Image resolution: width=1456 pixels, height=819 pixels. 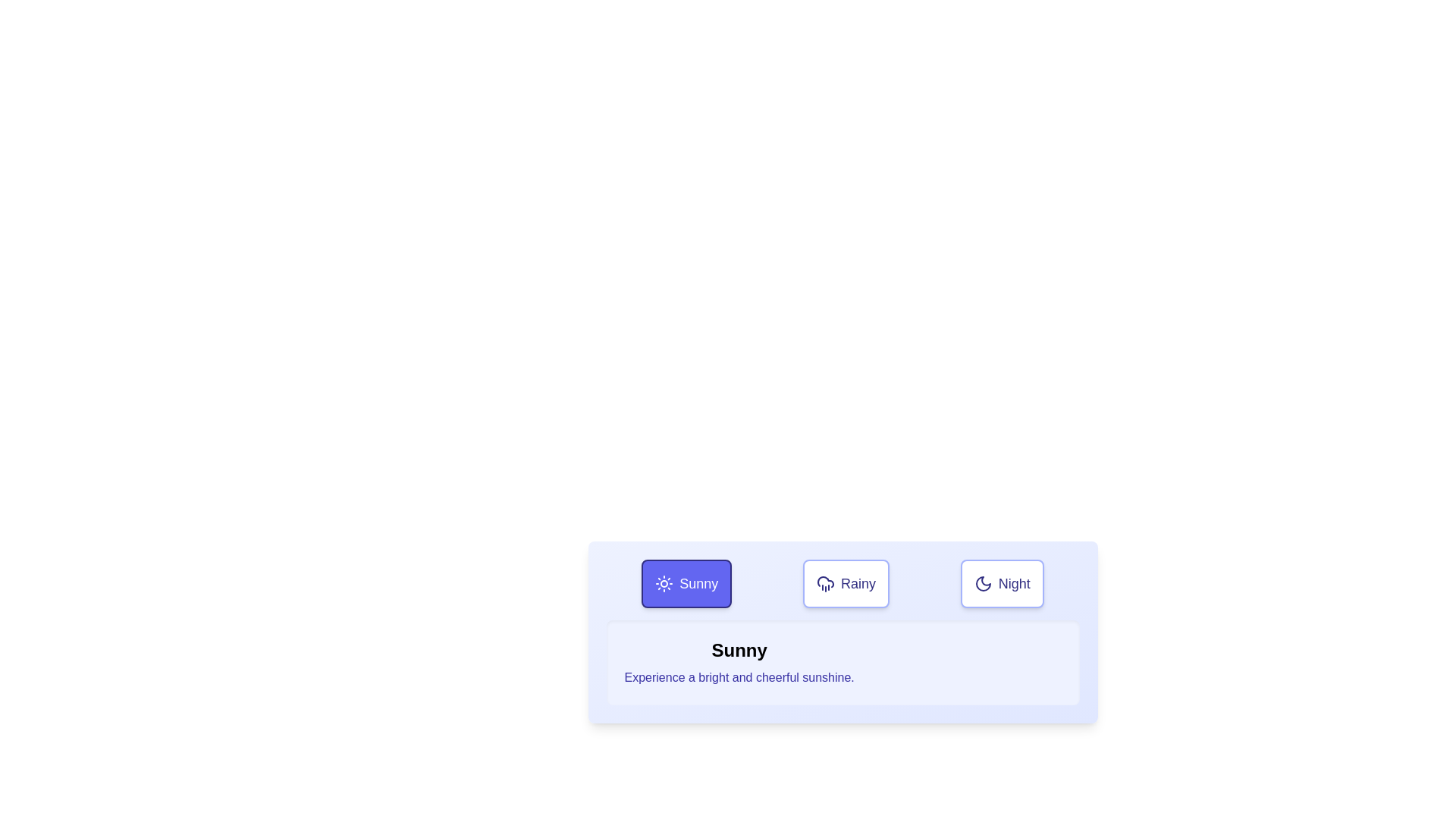 I want to click on the rain cloud icon within the 'Rainy' button, which is part of a trio of buttons labeled 'Sunny', 'Rainy', and 'Night', so click(x=825, y=583).